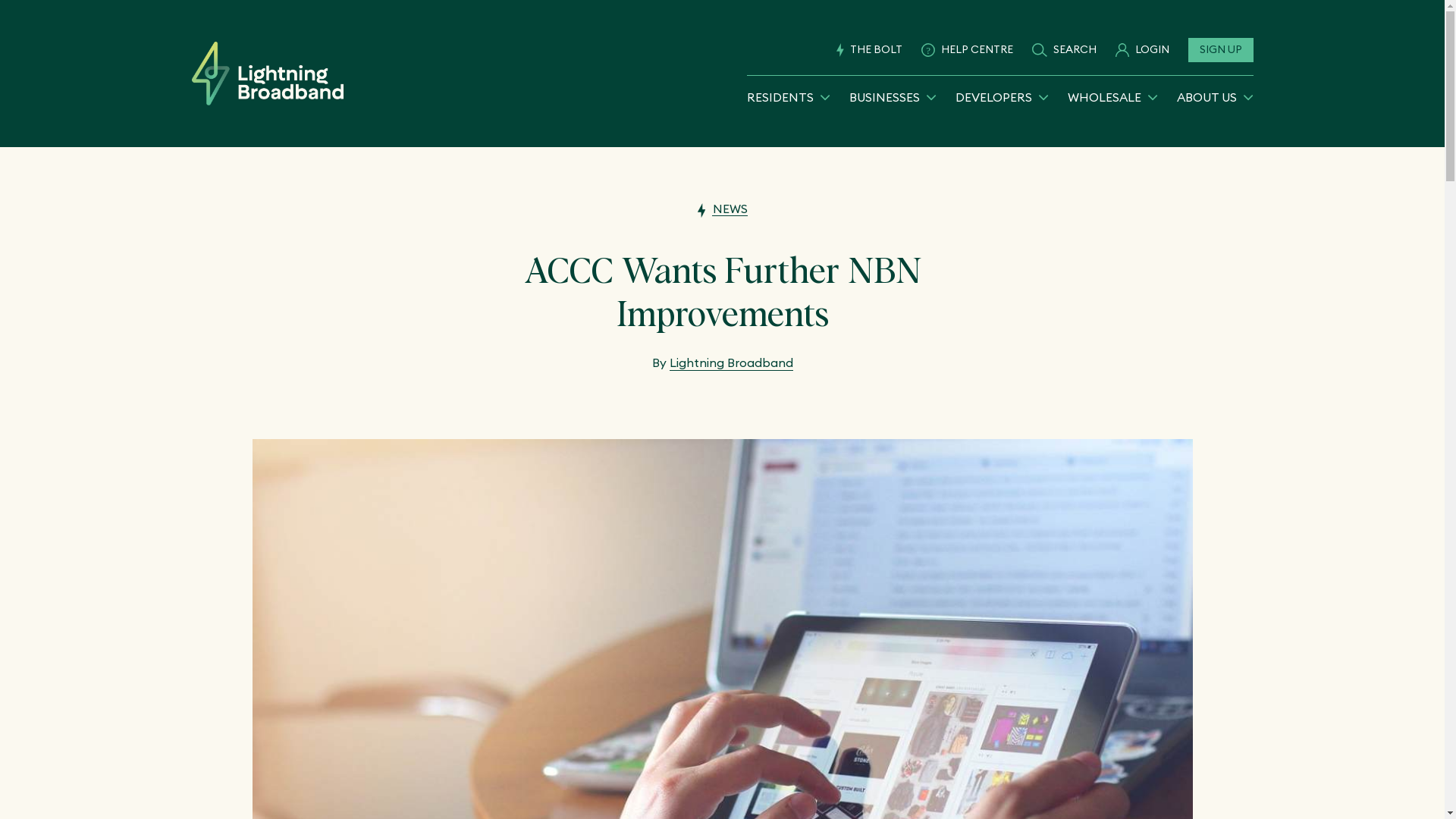 The width and height of the screenshot is (1456, 819). I want to click on 'BUSINESSES', so click(848, 97).